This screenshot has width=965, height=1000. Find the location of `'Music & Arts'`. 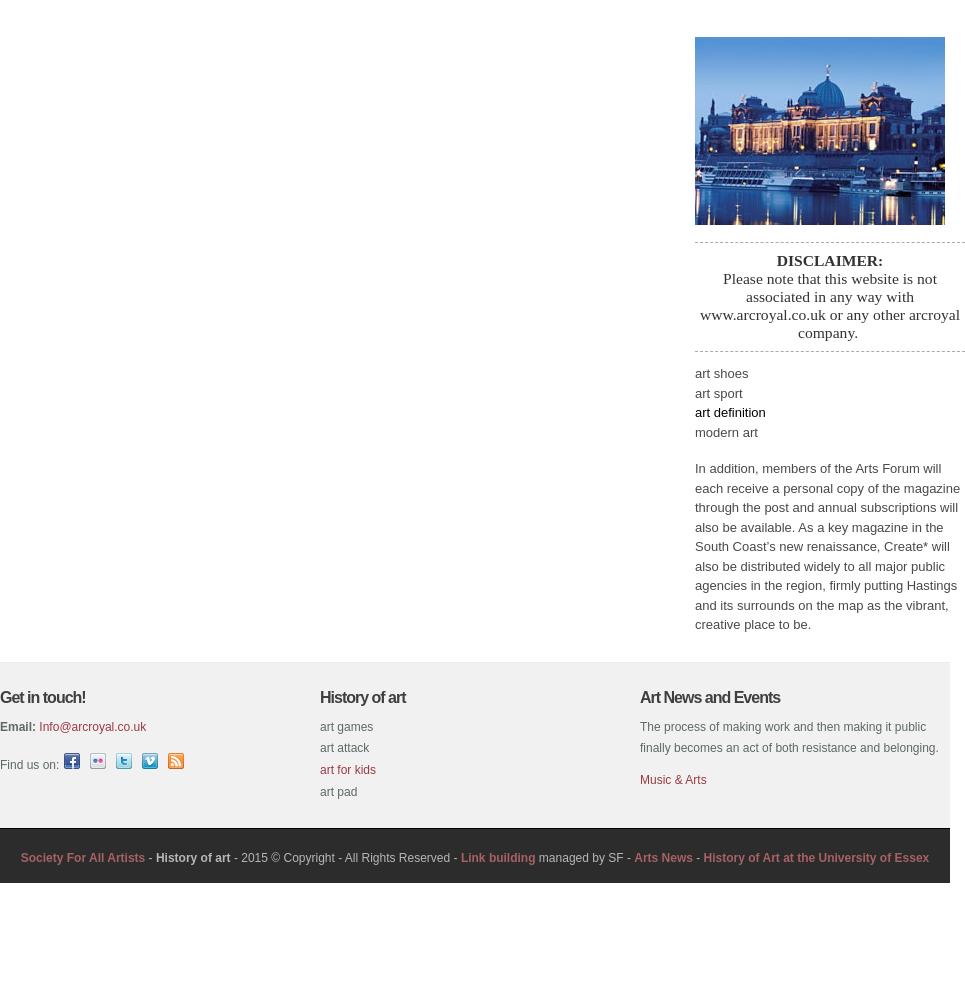

'Music & Arts' is located at coordinates (671, 779).